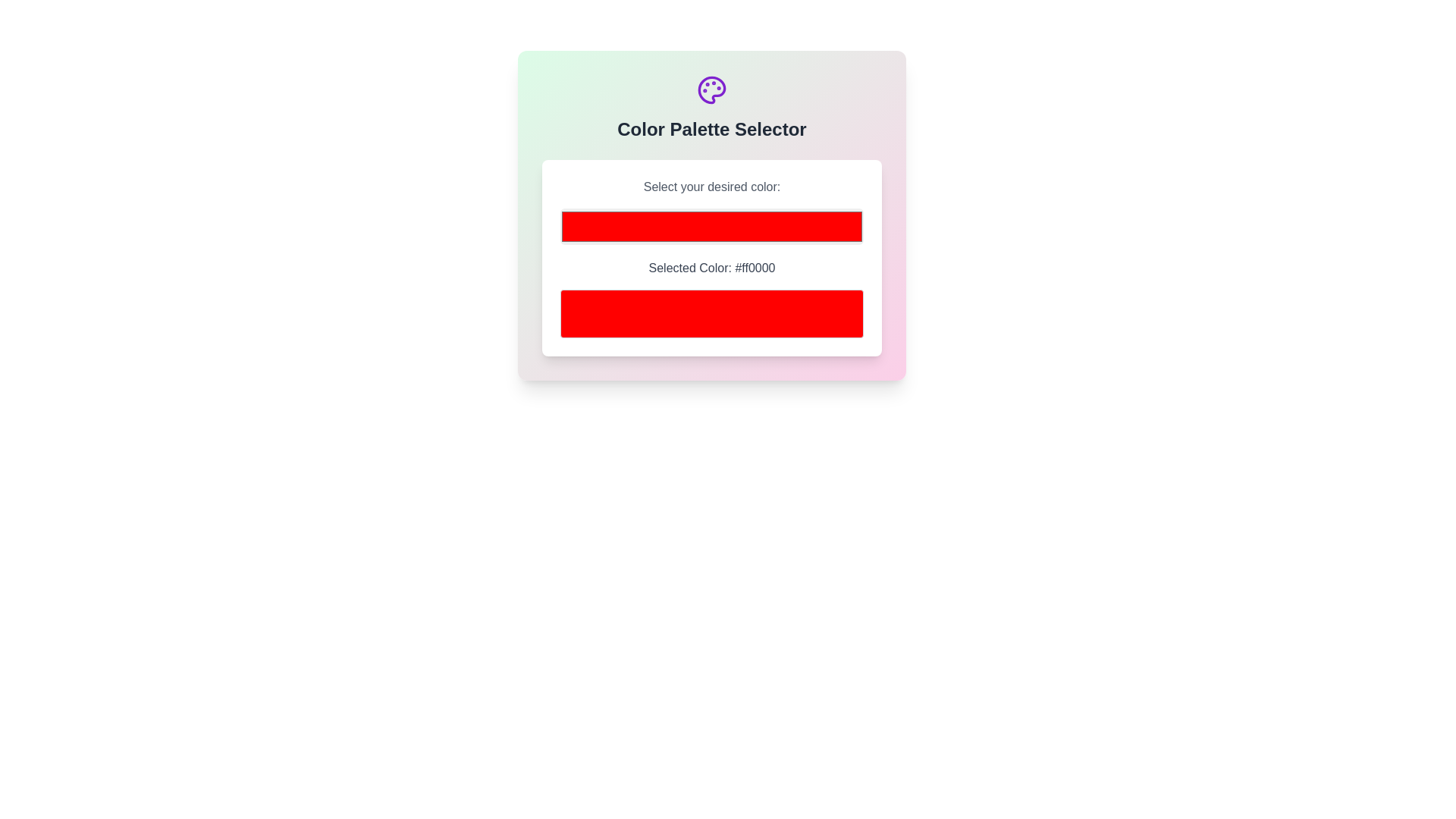  I want to click on the color picker to open the color selection interface, so click(711, 227).